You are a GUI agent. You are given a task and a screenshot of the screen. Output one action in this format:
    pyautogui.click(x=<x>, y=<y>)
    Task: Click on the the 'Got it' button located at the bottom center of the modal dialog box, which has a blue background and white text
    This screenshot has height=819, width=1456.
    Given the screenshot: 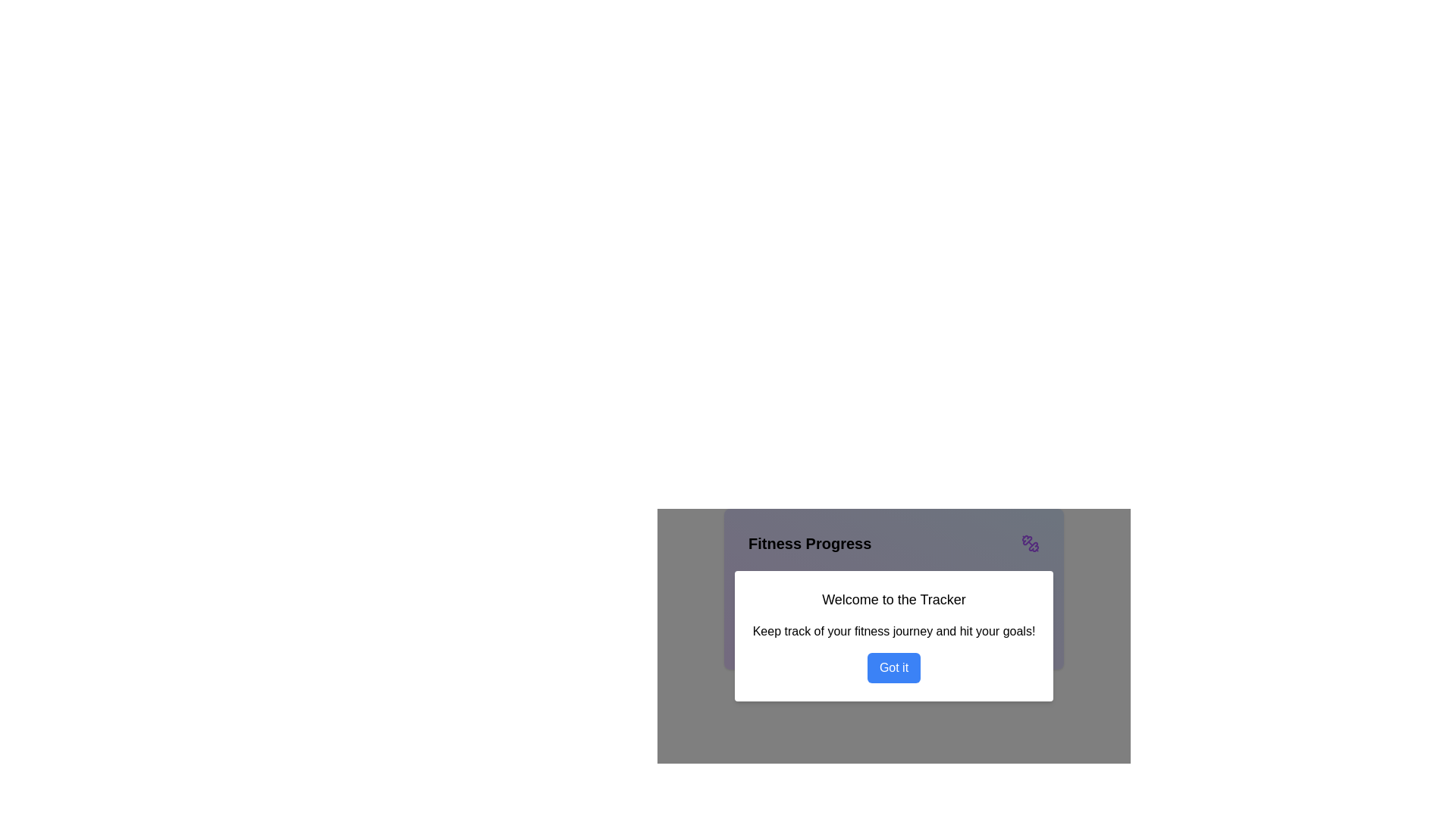 What is the action you would take?
    pyautogui.click(x=893, y=667)
    